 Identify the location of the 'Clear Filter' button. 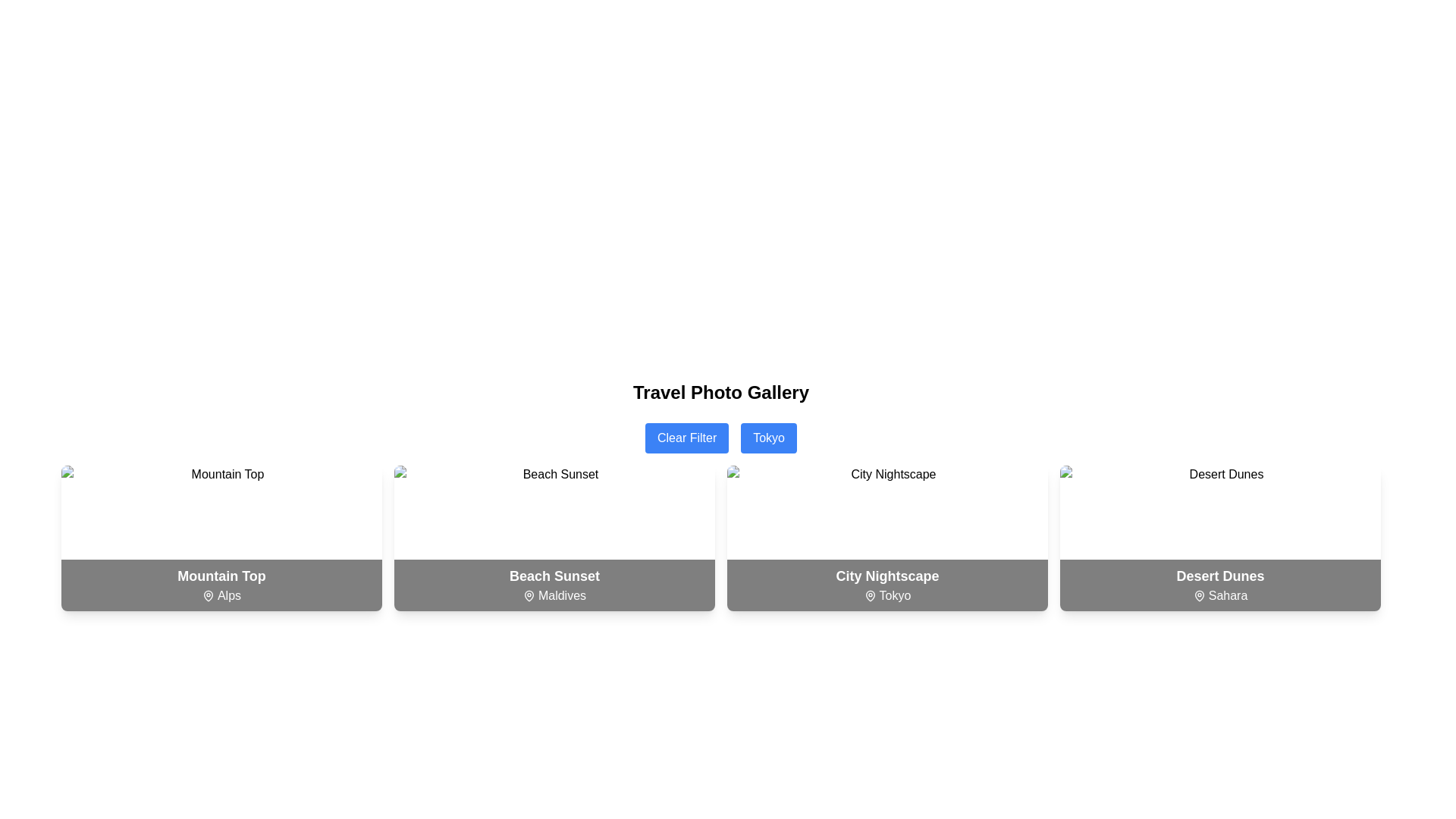
(686, 438).